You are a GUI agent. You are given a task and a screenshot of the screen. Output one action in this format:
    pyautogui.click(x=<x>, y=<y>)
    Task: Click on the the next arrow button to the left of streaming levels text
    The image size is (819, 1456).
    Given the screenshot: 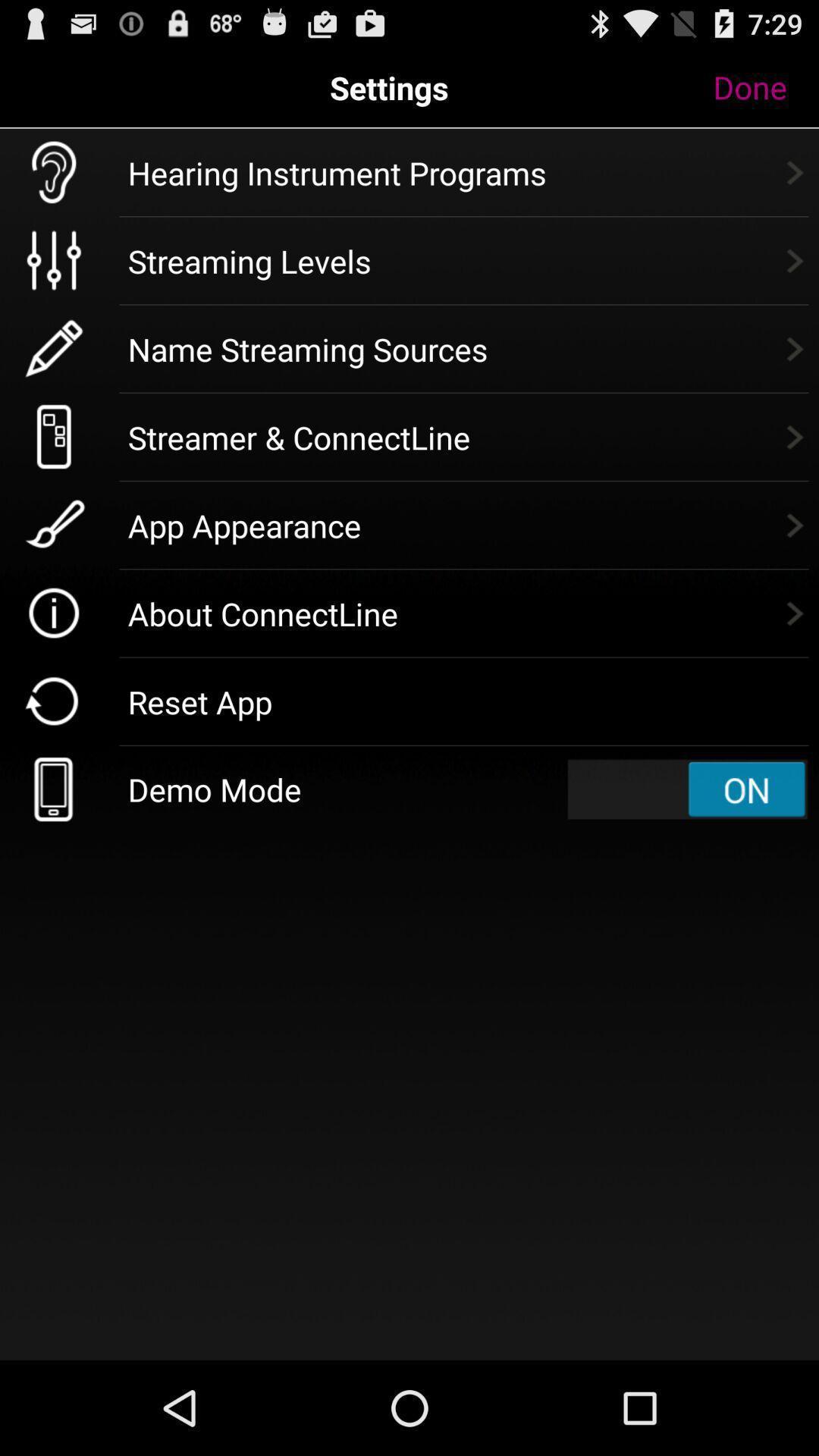 What is the action you would take?
    pyautogui.click(x=792, y=261)
    